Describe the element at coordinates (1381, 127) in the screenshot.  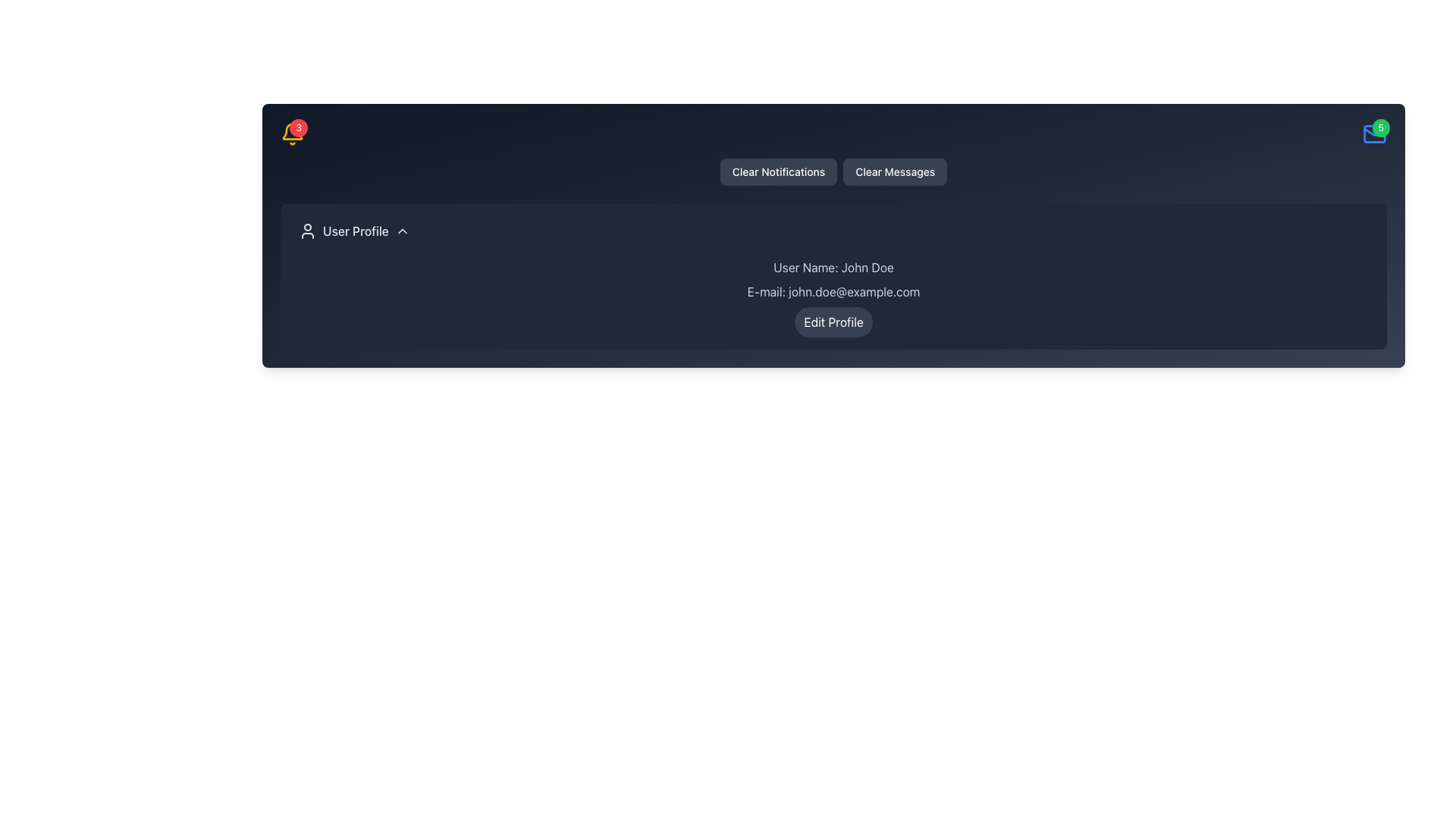
I see `the small green circular notification badge displaying the number '5' at the top right corner of the mail icon` at that location.